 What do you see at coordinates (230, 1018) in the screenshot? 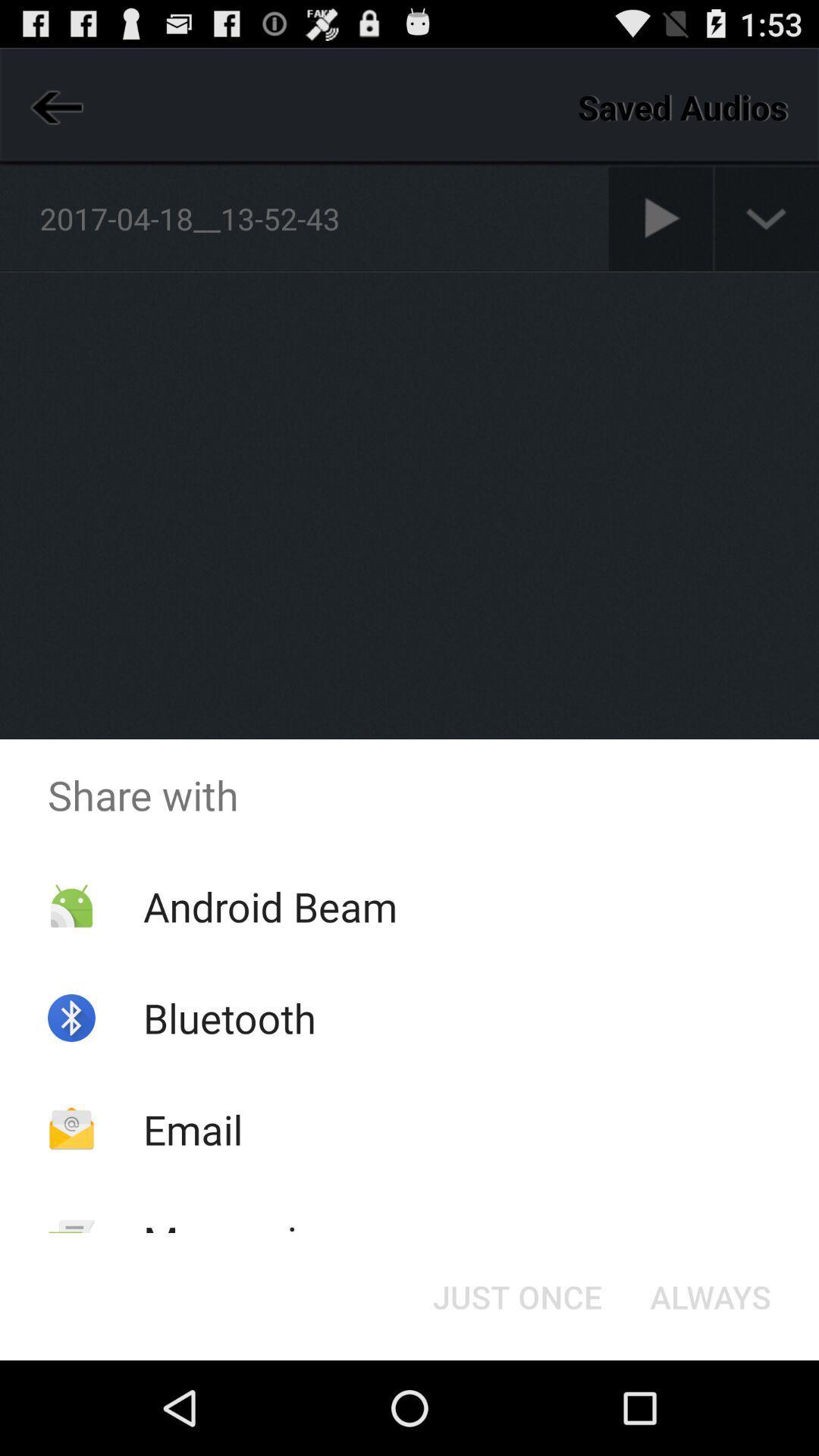
I see `the bluetooth item` at bounding box center [230, 1018].